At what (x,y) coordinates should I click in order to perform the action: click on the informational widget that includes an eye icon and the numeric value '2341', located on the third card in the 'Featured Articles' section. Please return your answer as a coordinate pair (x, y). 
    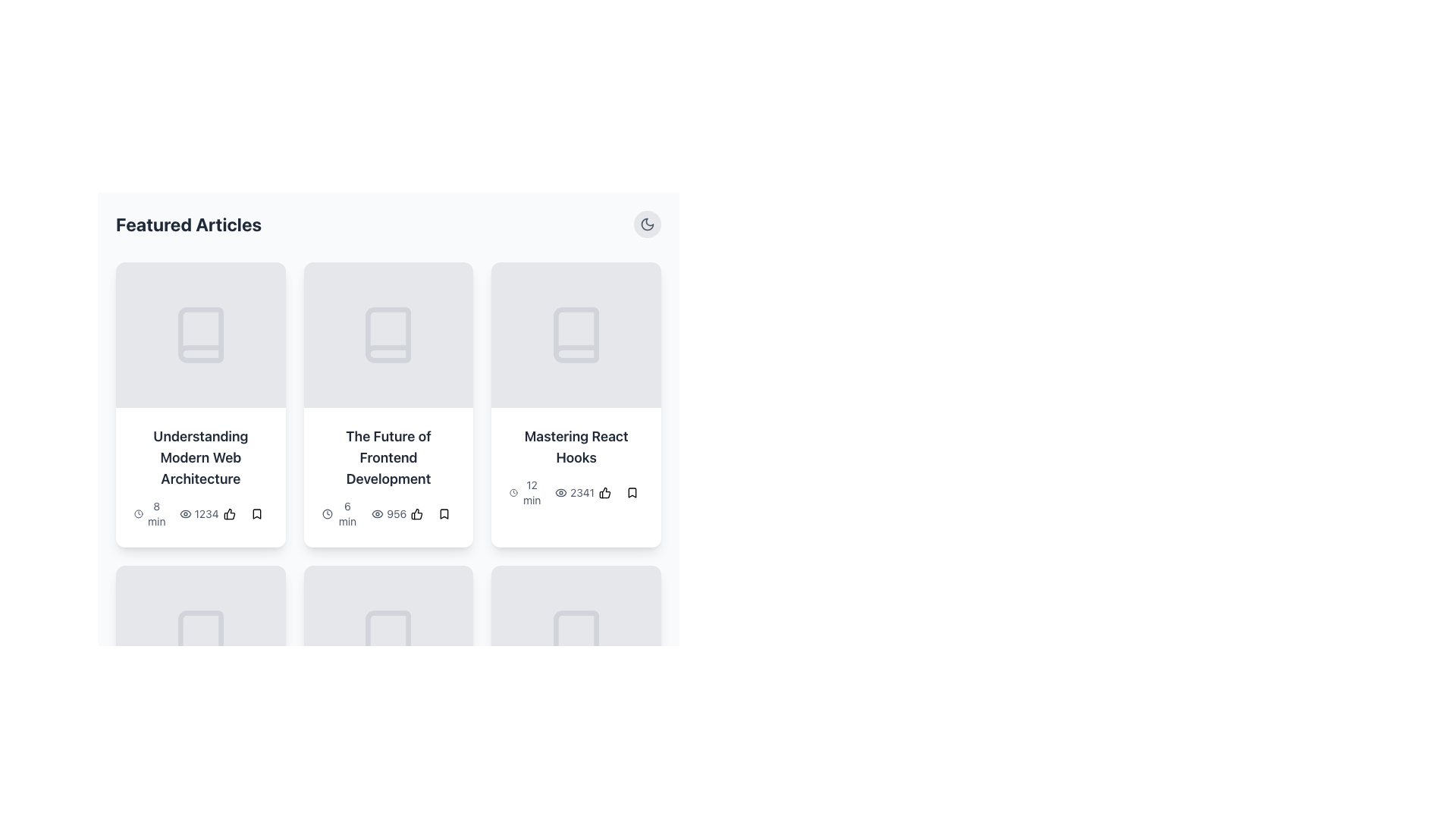
    Looking at the image, I should click on (574, 493).